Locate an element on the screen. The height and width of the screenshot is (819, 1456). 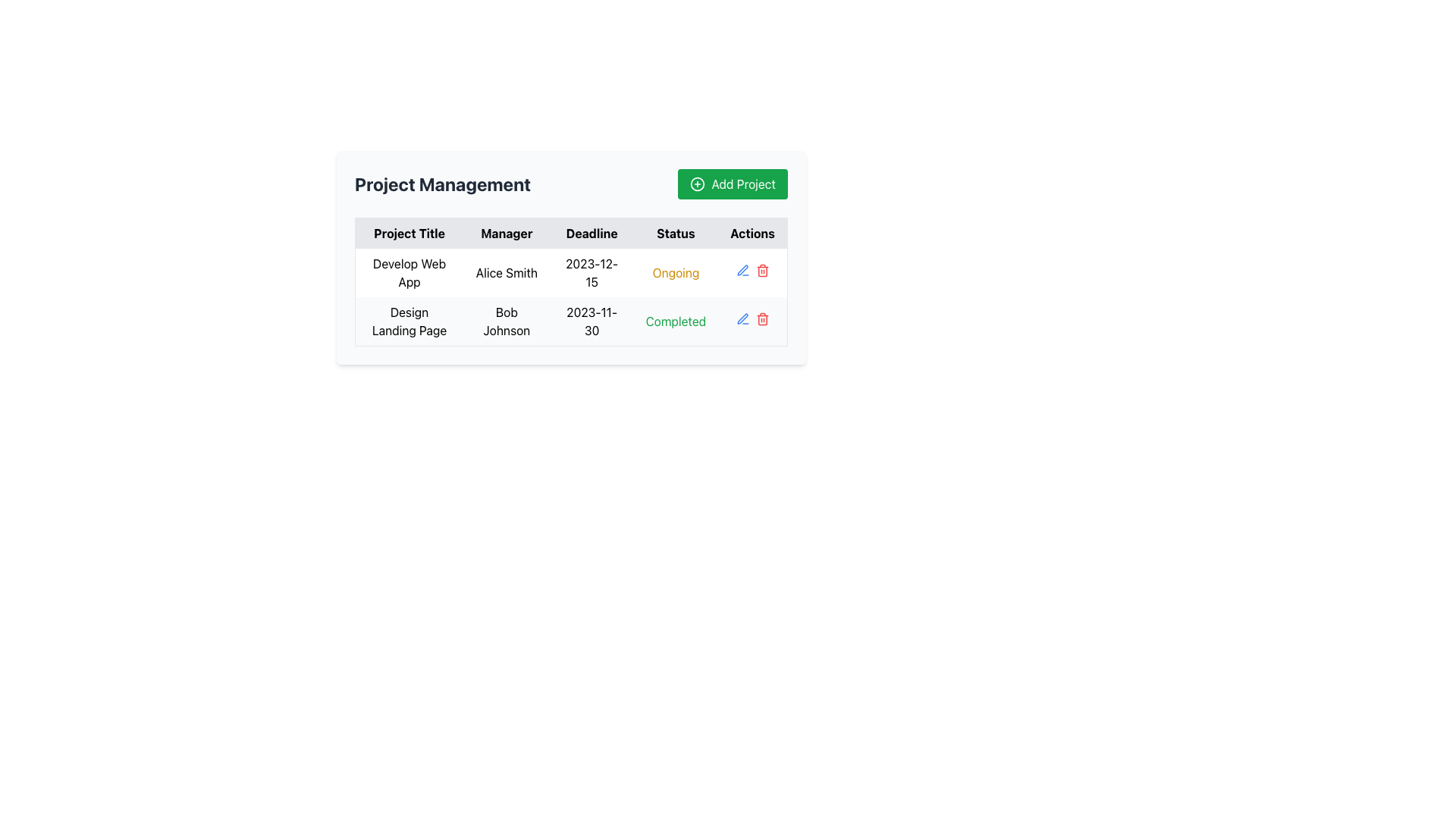
the Blank Space element located in the 'Actions' column of the second row of the table, adjacent to the trash bin icon is located at coordinates (752, 321).